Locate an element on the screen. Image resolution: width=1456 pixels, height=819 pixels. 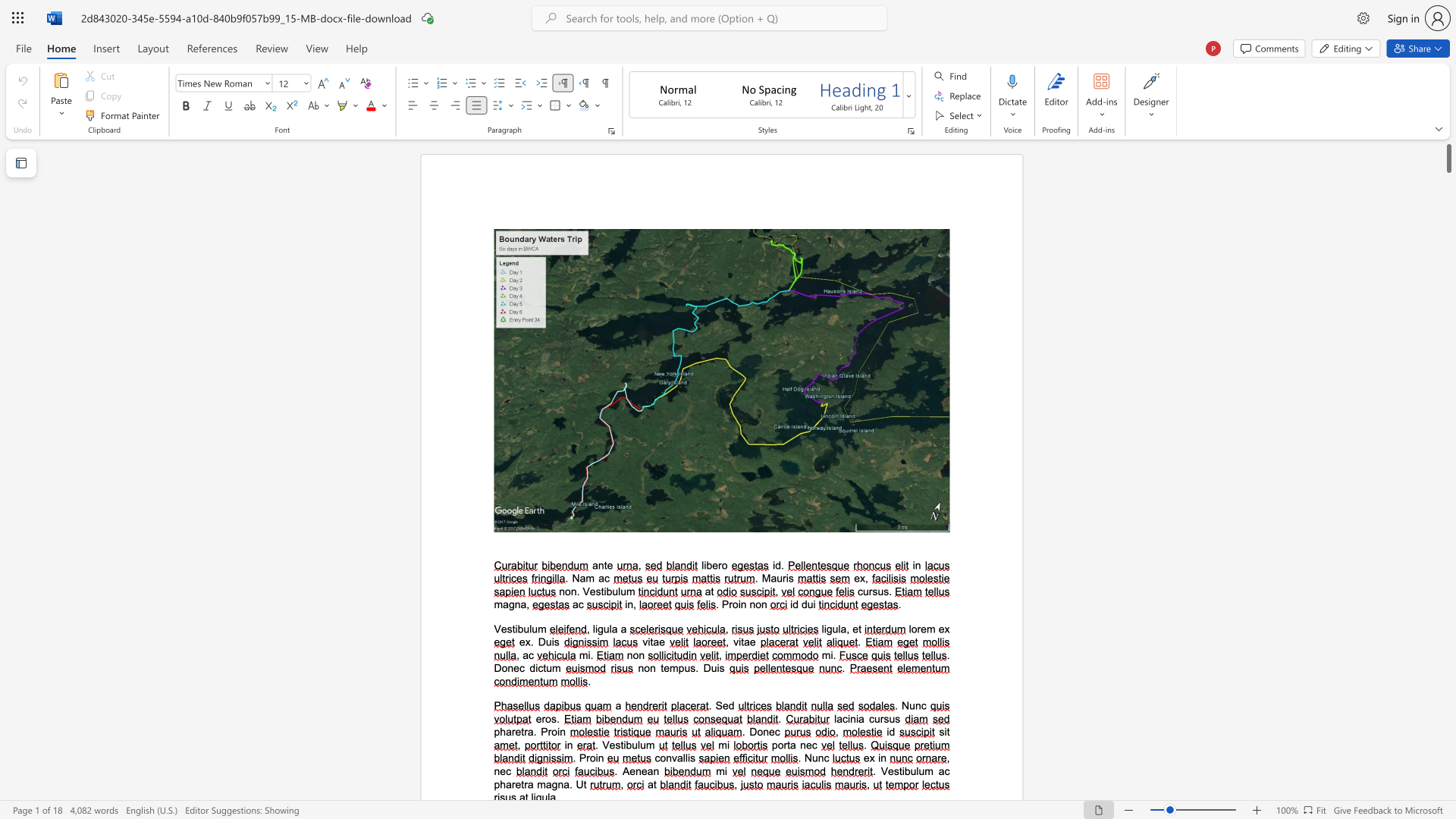
the 1th character "b" in the text is located at coordinates (609, 591).